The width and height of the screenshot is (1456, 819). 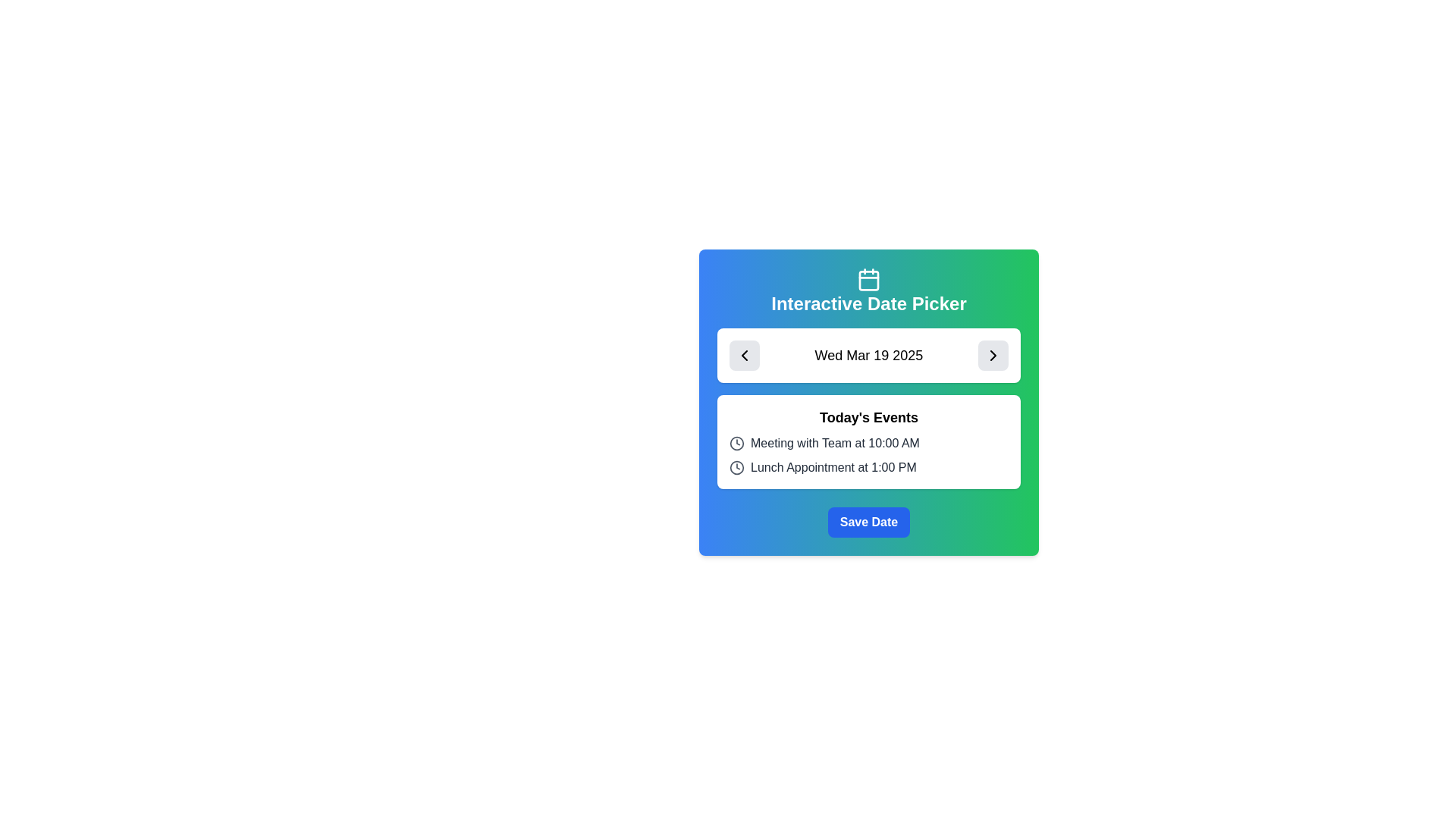 What do you see at coordinates (745, 356) in the screenshot?
I see `the left-facing chevron icon in the date picker section` at bounding box center [745, 356].